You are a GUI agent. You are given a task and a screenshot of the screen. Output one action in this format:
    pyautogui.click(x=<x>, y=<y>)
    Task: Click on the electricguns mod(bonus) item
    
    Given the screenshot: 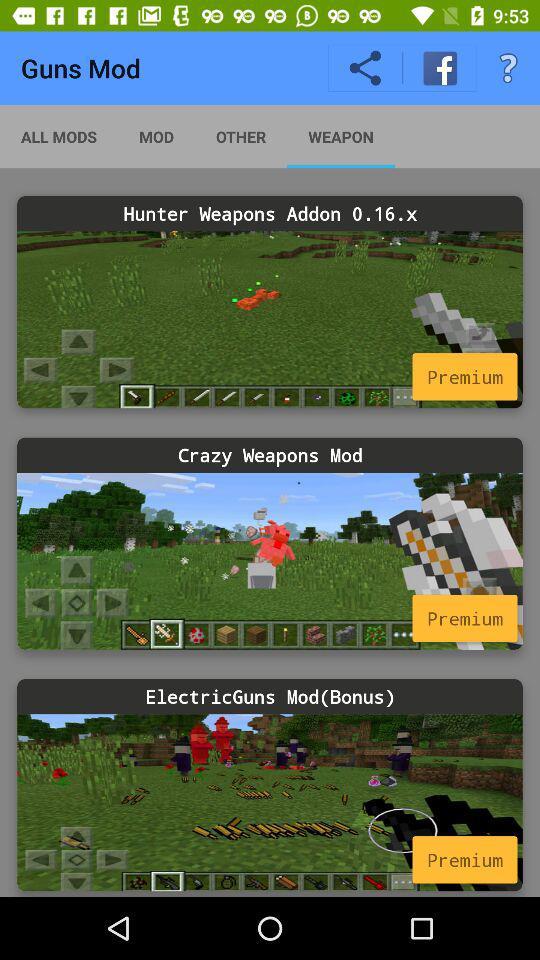 What is the action you would take?
    pyautogui.click(x=270, y=696)
    